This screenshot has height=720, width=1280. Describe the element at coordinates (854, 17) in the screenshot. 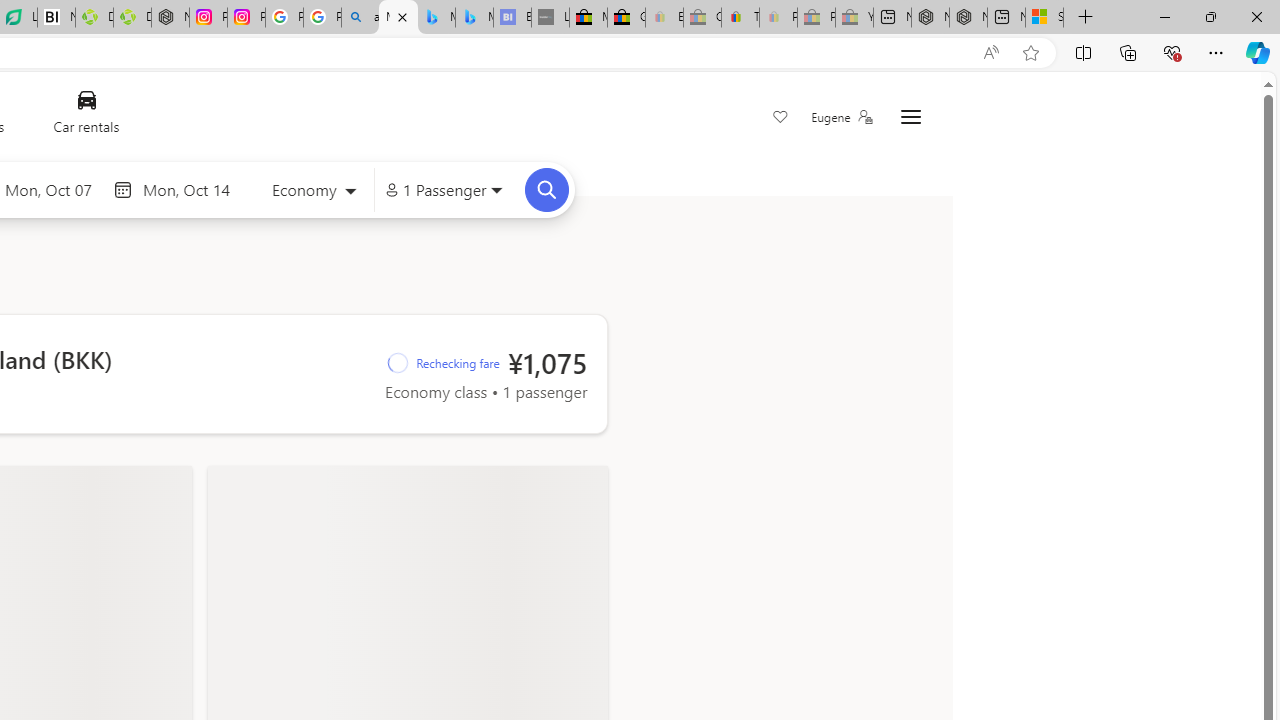

I see `'Yard, Garden & Outdoor Living - Sleeping'` at that location.